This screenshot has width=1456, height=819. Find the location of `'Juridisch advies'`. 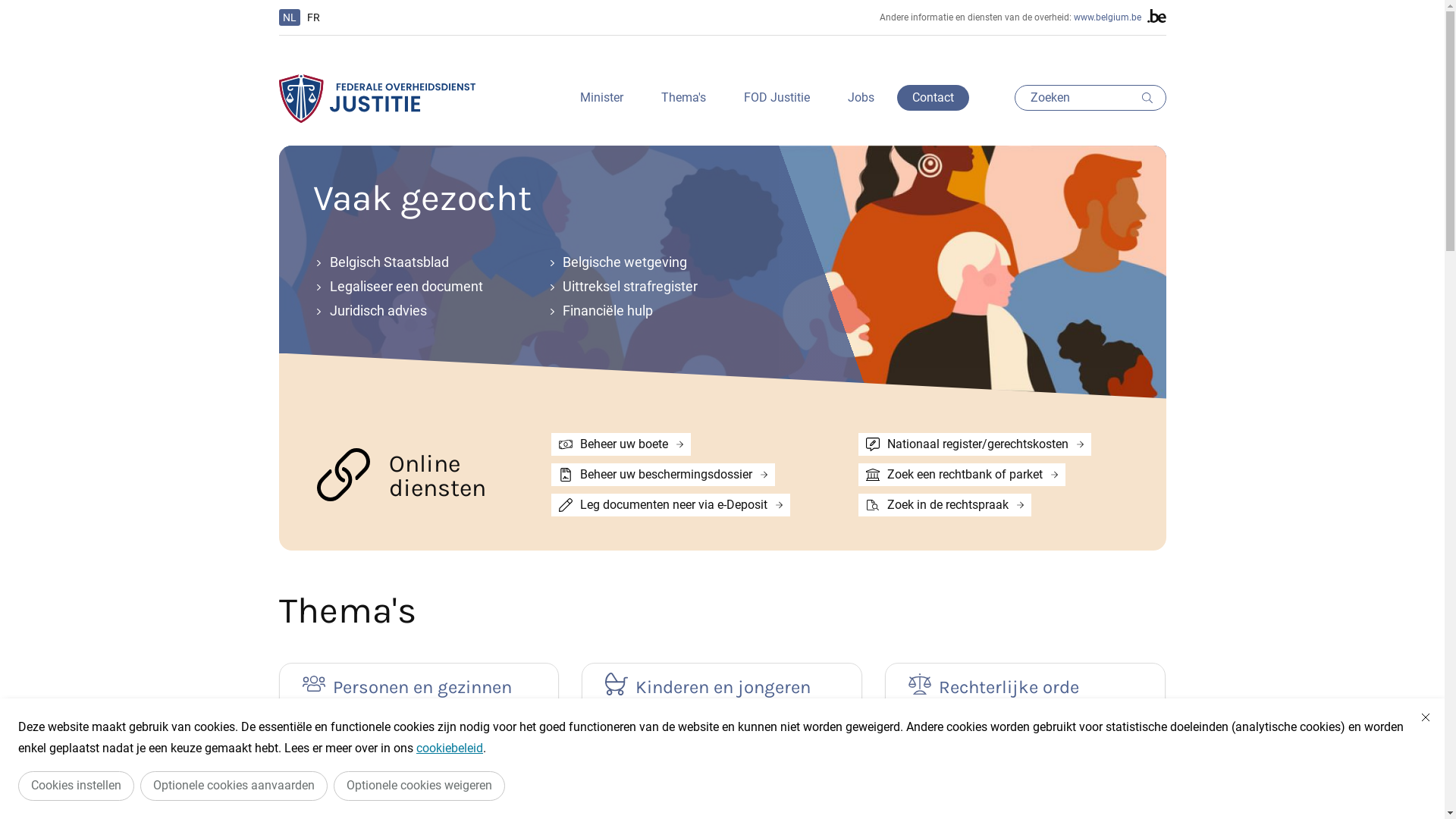

'Juridisch advies' is located at coordinates (411, 309).